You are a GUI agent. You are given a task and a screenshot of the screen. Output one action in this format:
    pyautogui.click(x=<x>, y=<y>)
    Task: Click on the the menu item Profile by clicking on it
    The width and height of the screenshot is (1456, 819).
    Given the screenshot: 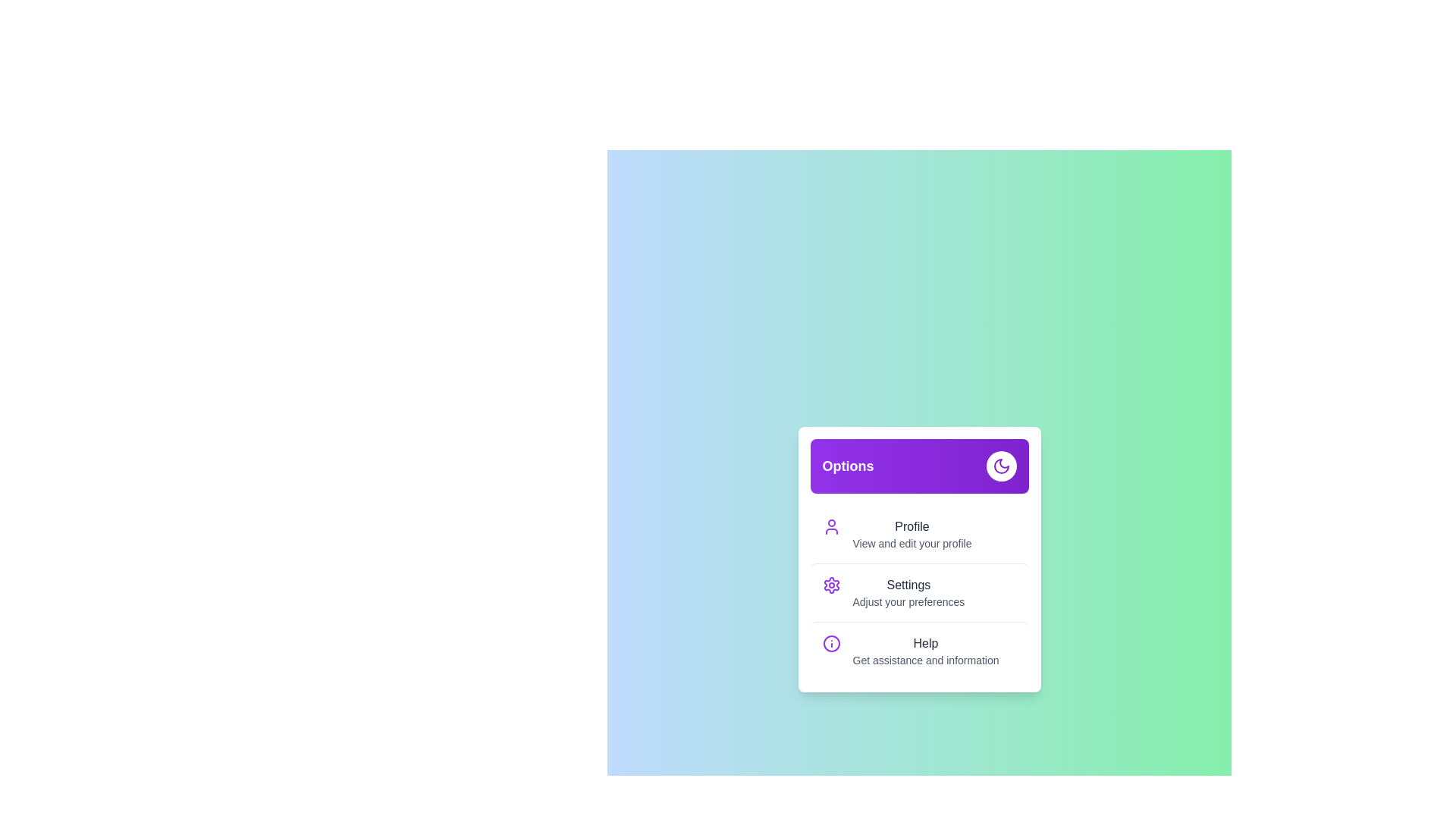 What is the action you would take?
    pyautogui.click(x=918, y=534)
    